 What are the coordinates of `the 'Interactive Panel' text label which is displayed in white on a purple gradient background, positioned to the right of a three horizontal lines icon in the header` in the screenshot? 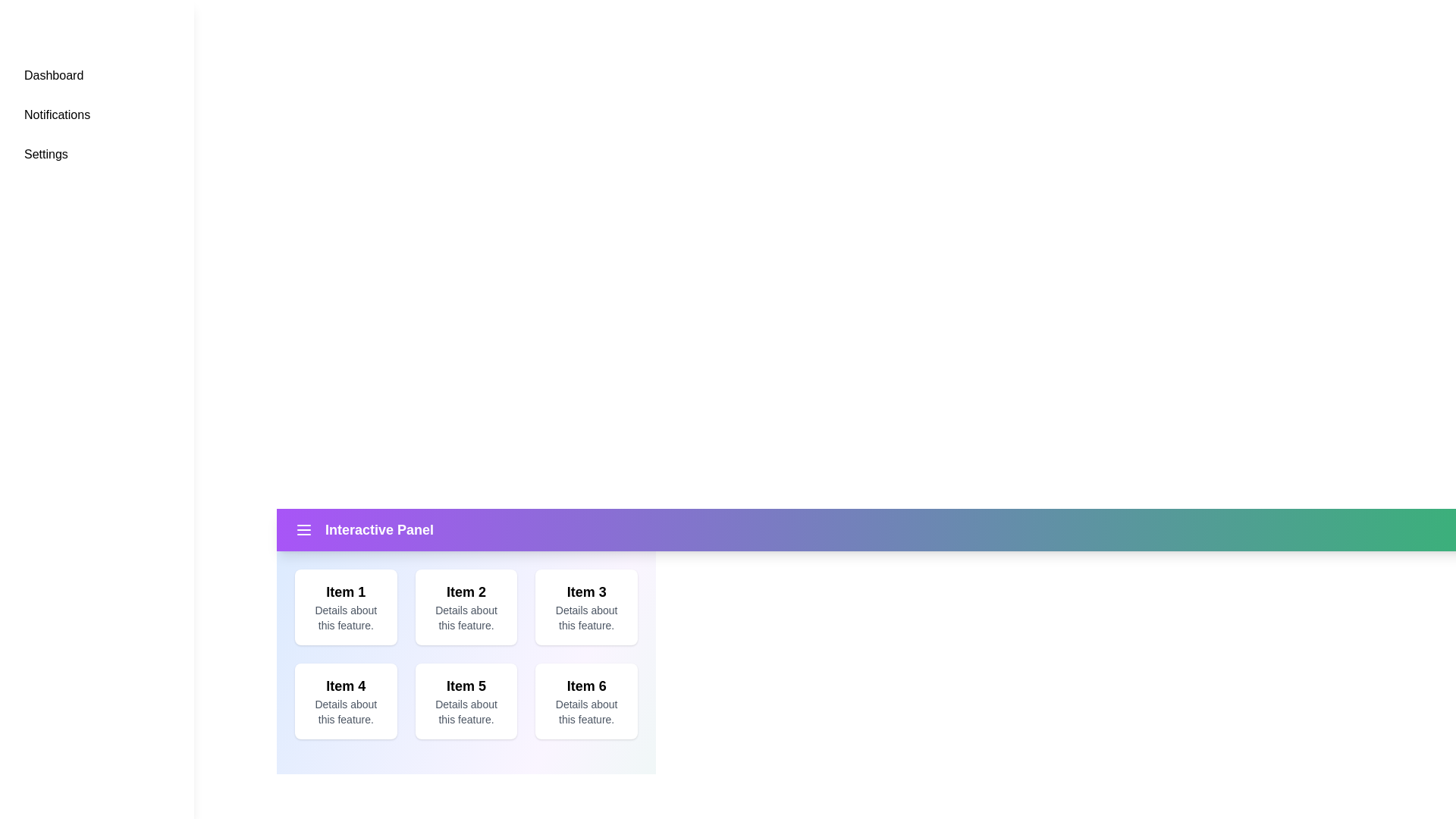 It's located at (379, 529).